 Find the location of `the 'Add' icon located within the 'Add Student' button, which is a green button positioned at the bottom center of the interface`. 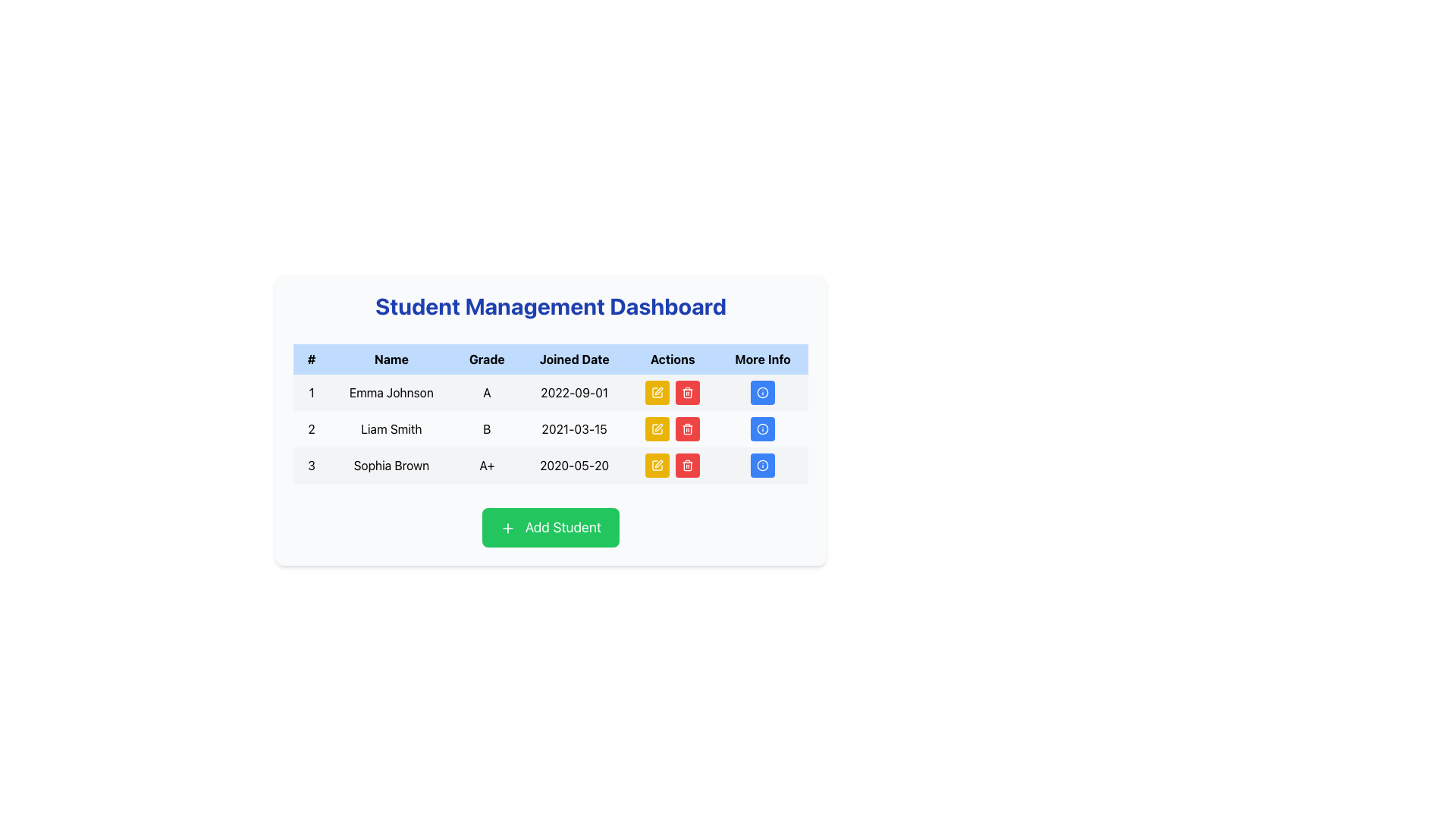

the 'Add' icon located within the 'Add Student' button, which is a green button positioned at the bottom center of the interface is located at coordinates (508, 528).